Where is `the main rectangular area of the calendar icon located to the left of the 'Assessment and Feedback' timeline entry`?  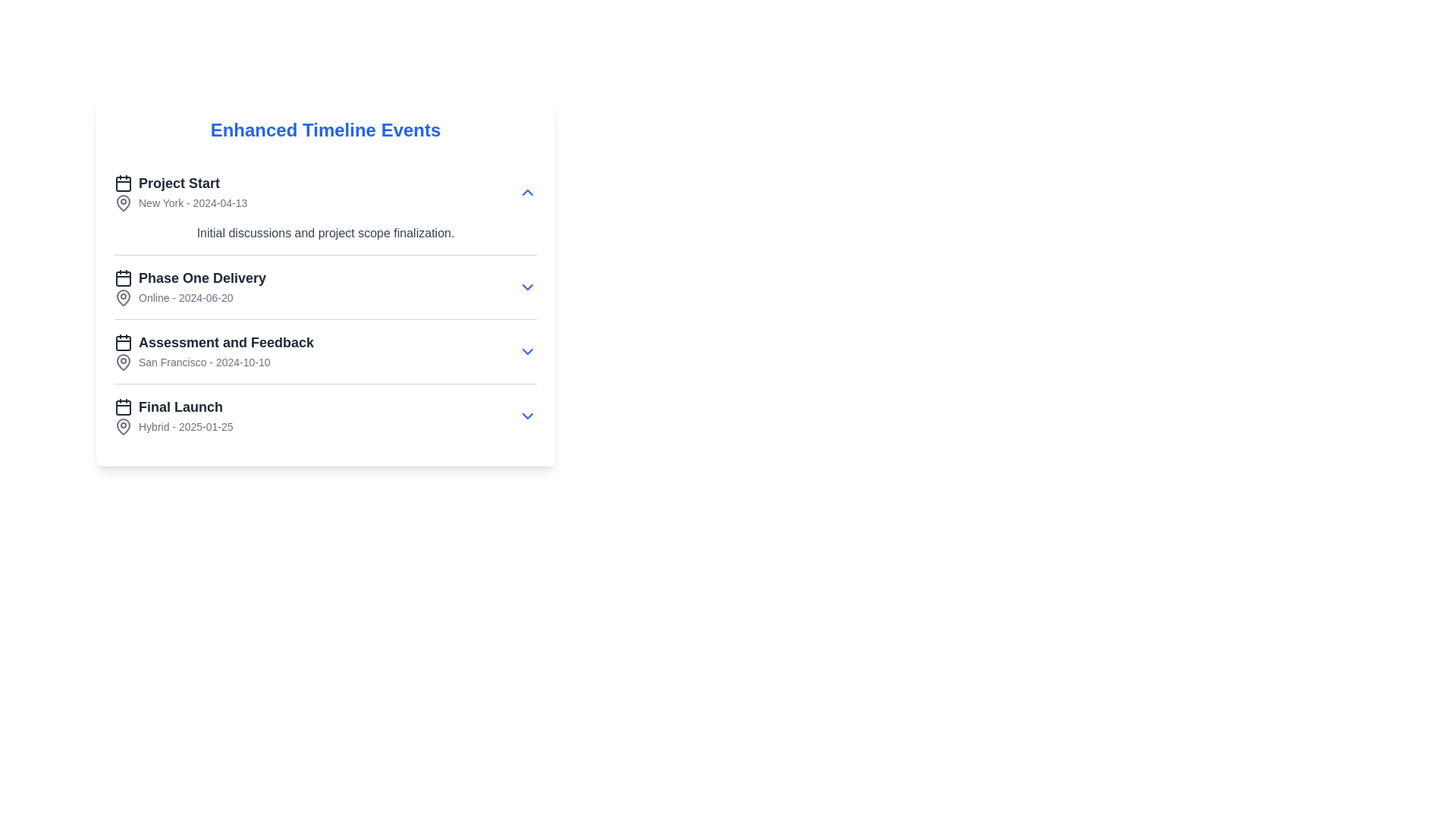
the main rectangular area of the calendar icon located to the left of the 'Assessment and Feedback' timeline entry is located at coordinates (124, 343).